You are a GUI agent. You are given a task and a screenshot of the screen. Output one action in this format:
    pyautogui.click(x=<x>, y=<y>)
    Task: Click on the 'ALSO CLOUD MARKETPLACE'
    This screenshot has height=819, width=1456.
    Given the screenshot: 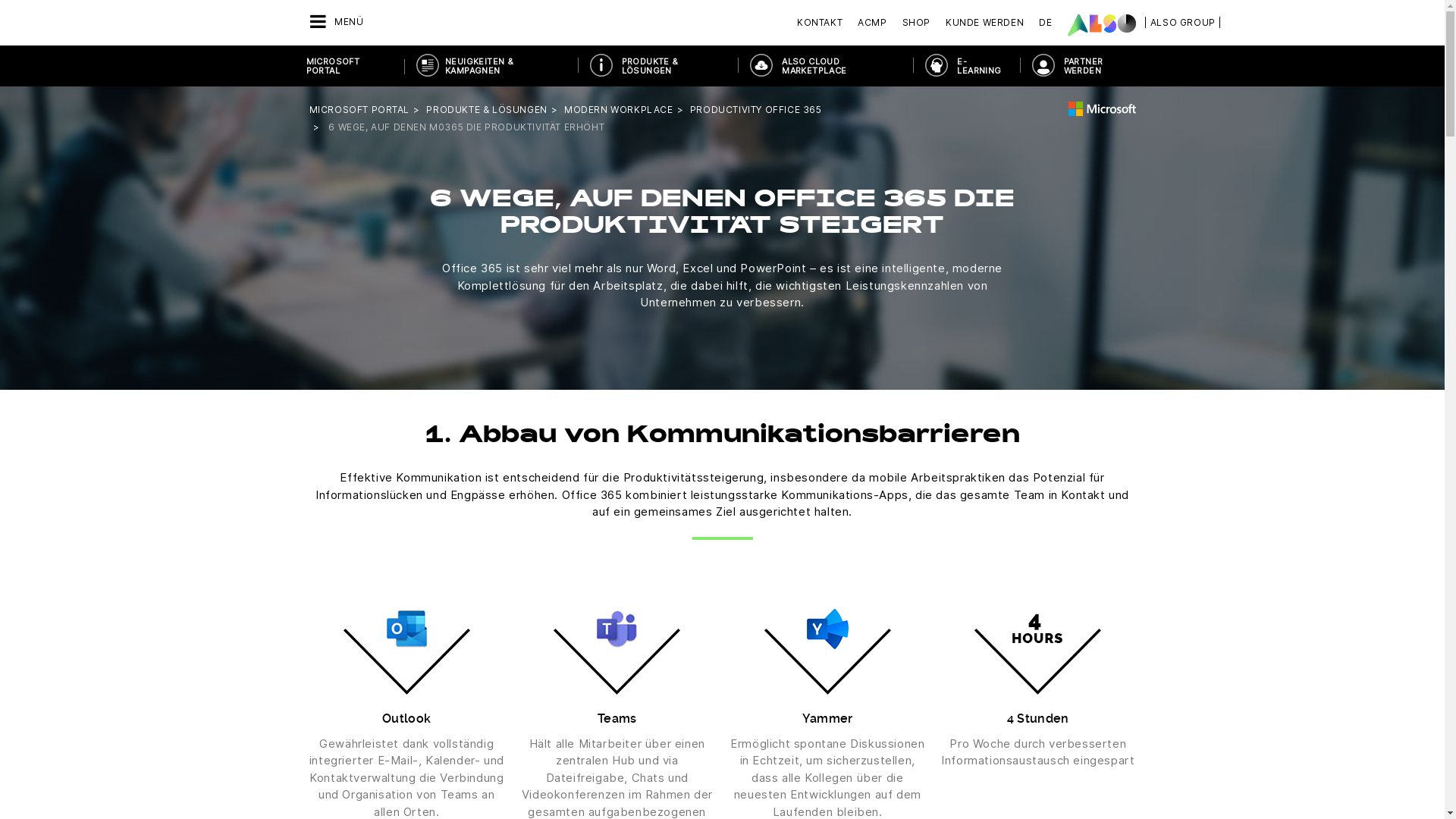 What is the action you would take?
    pyautogui.click(x=738, y=65)
    